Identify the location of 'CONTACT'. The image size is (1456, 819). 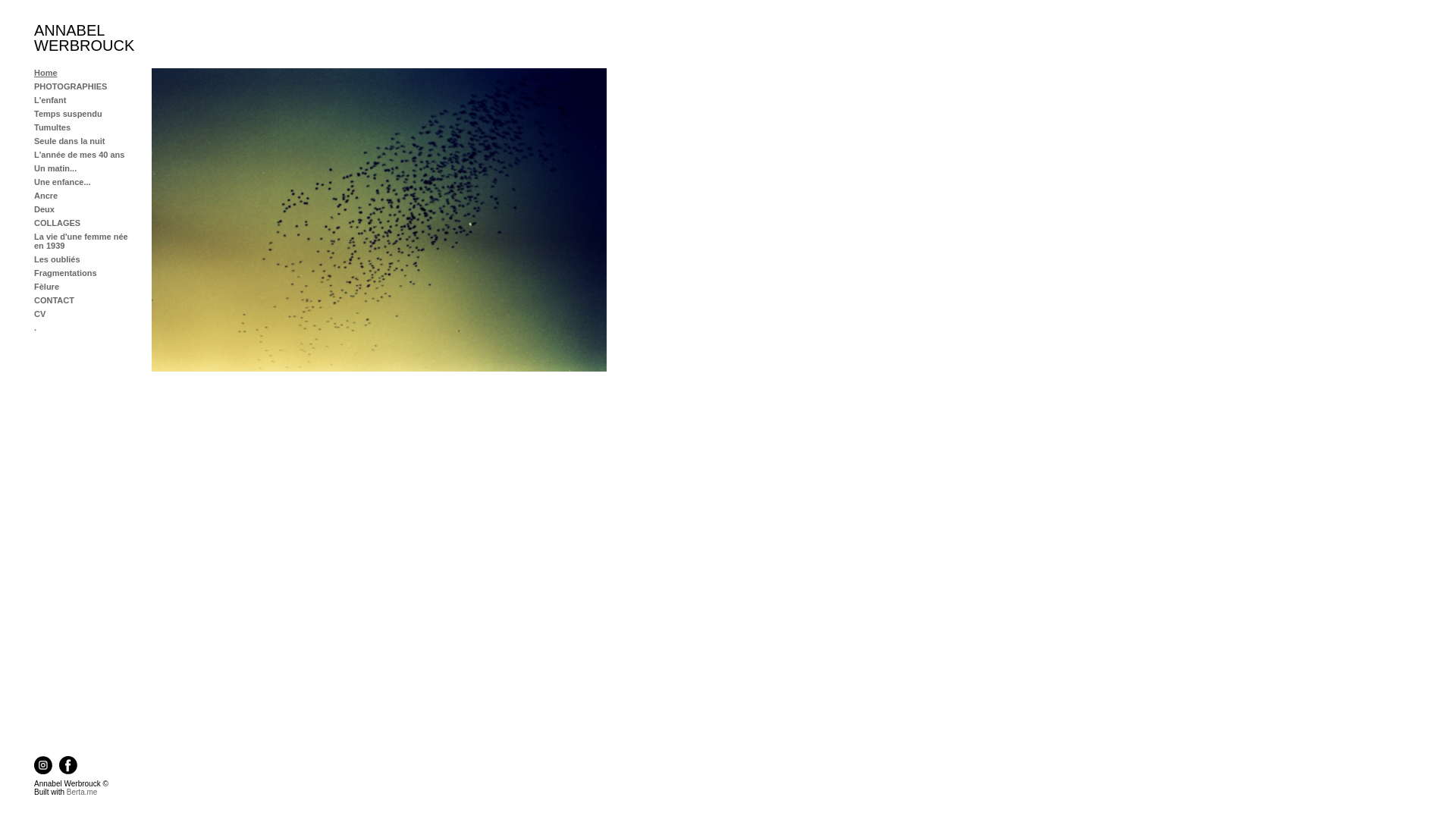
(54, 300).